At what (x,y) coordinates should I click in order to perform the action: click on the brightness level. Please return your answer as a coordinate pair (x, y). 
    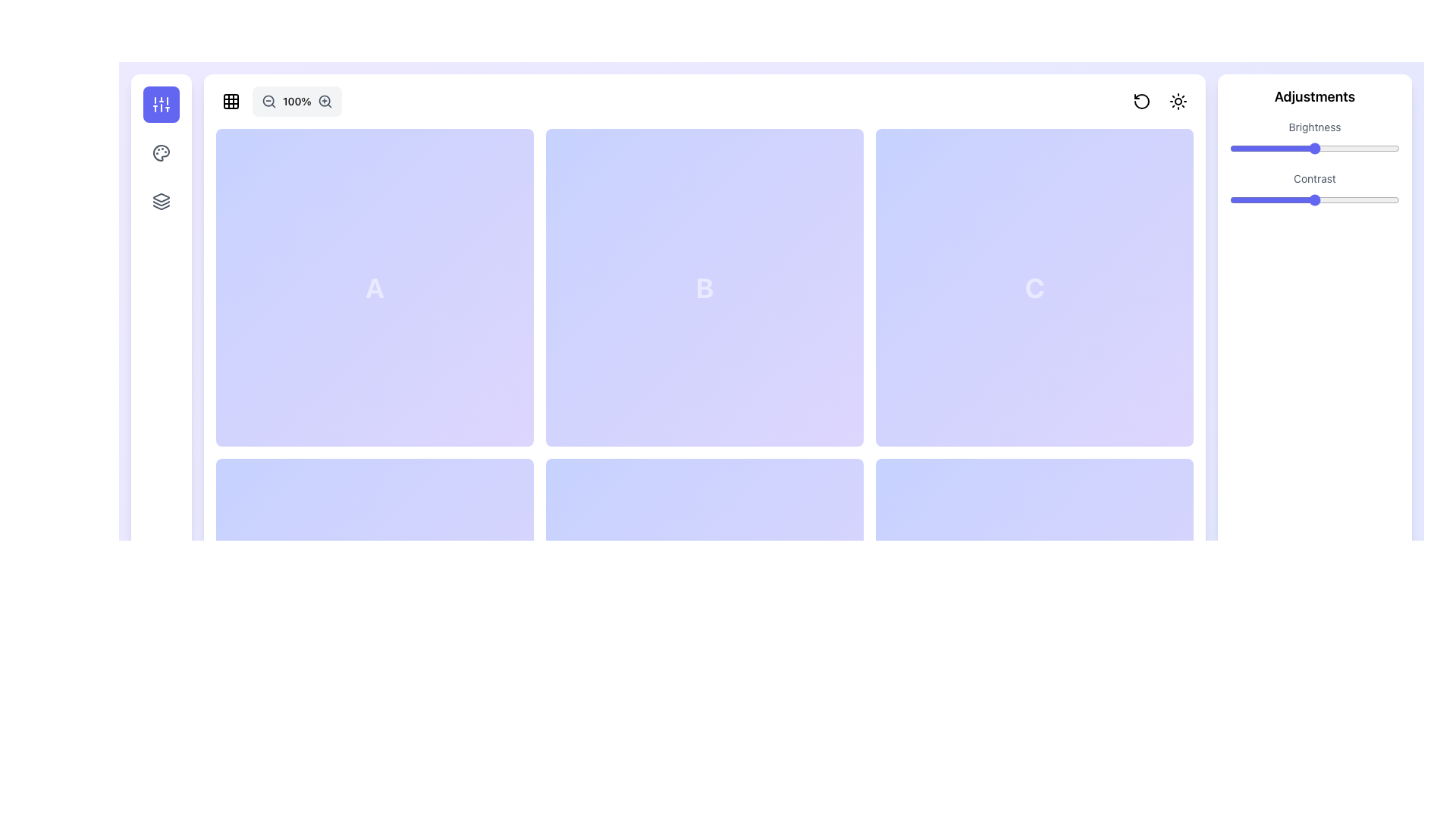
    Looking at the image, I should click on (1305, 149).